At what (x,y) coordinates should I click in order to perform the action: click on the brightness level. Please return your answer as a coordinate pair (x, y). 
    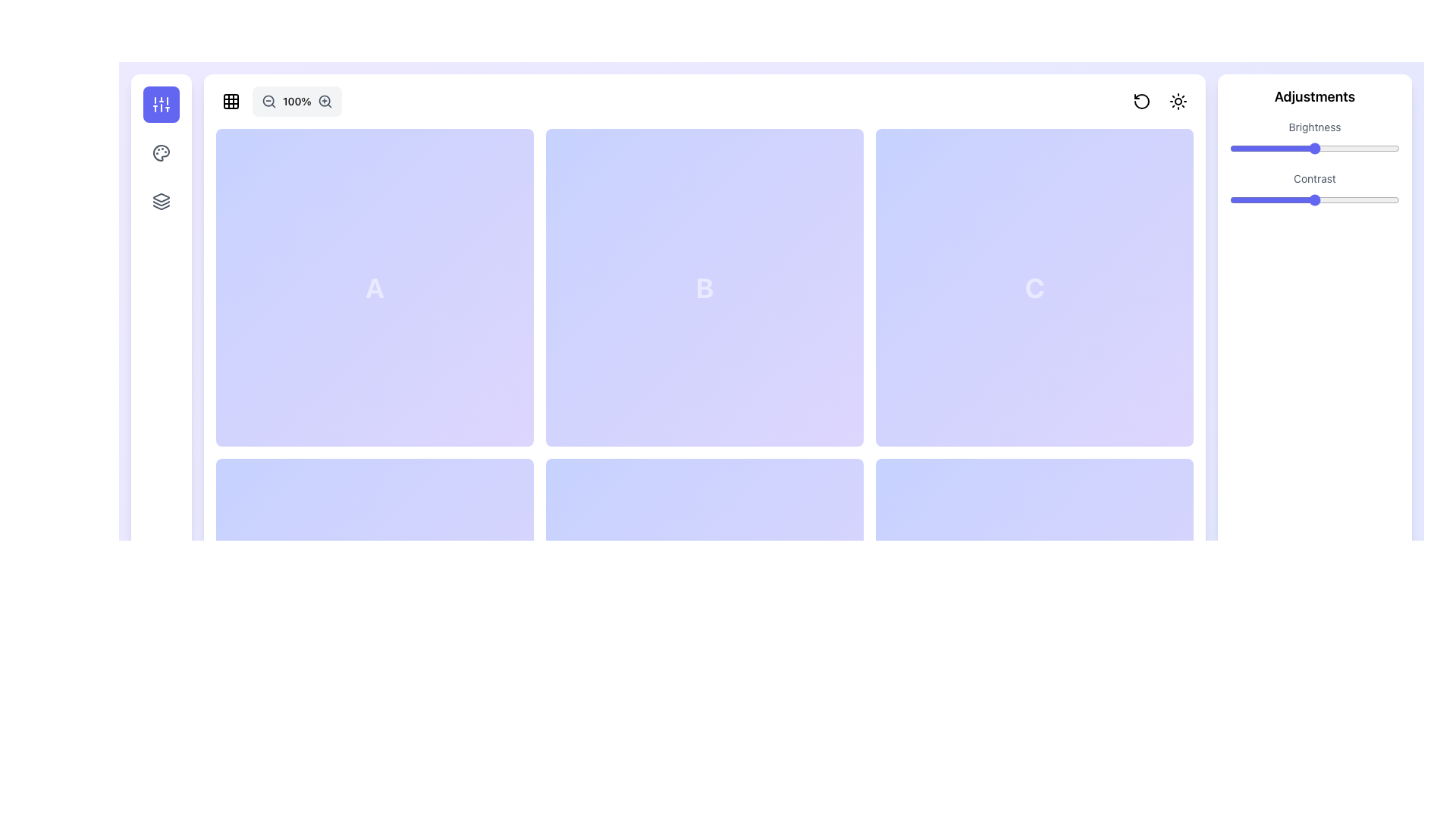
    Looking at the image, I should click on (1305, 149).